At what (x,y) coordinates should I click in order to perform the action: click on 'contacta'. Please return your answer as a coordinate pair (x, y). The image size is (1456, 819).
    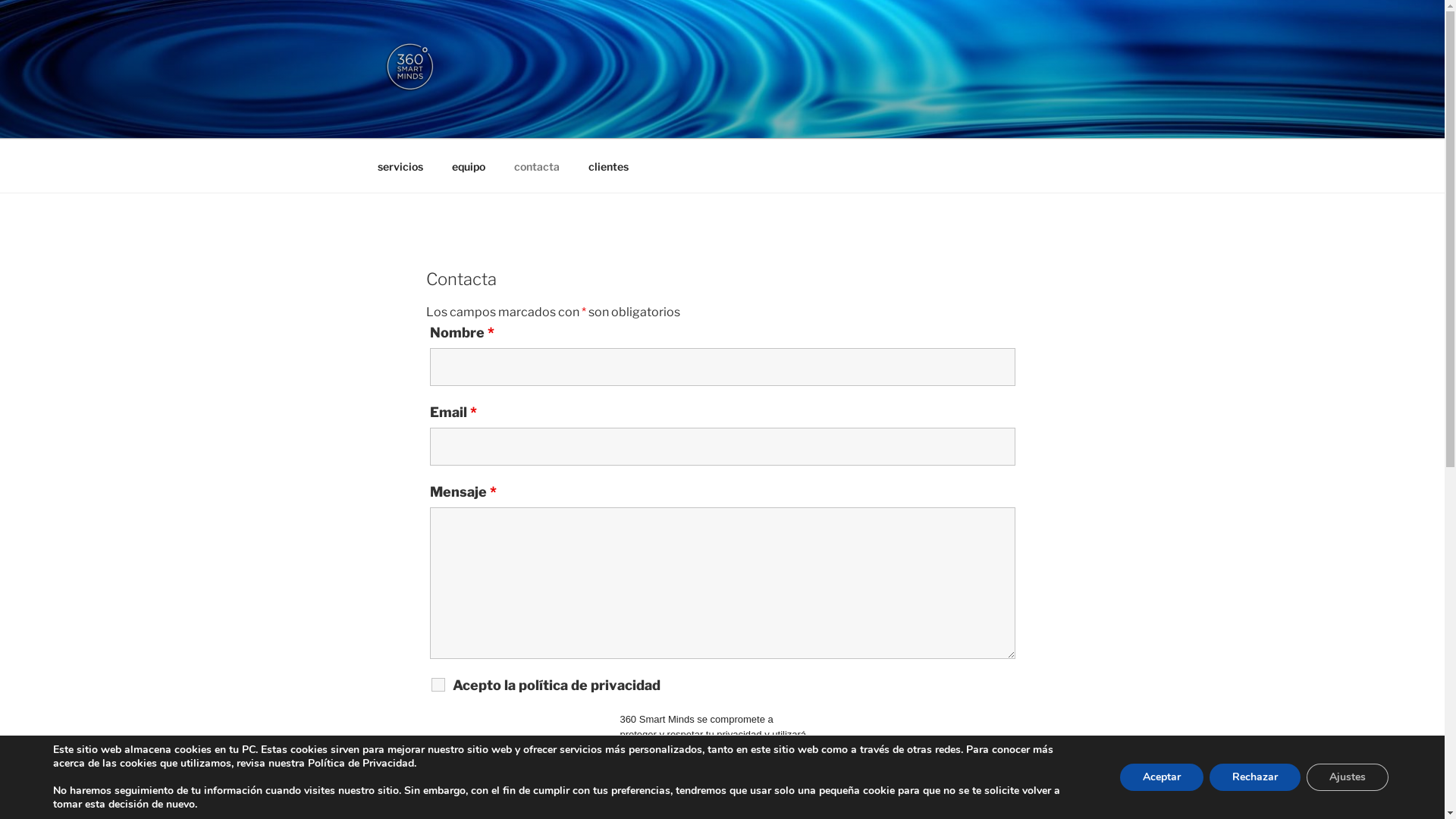
    Looking at the image, I should click on (536, 165).